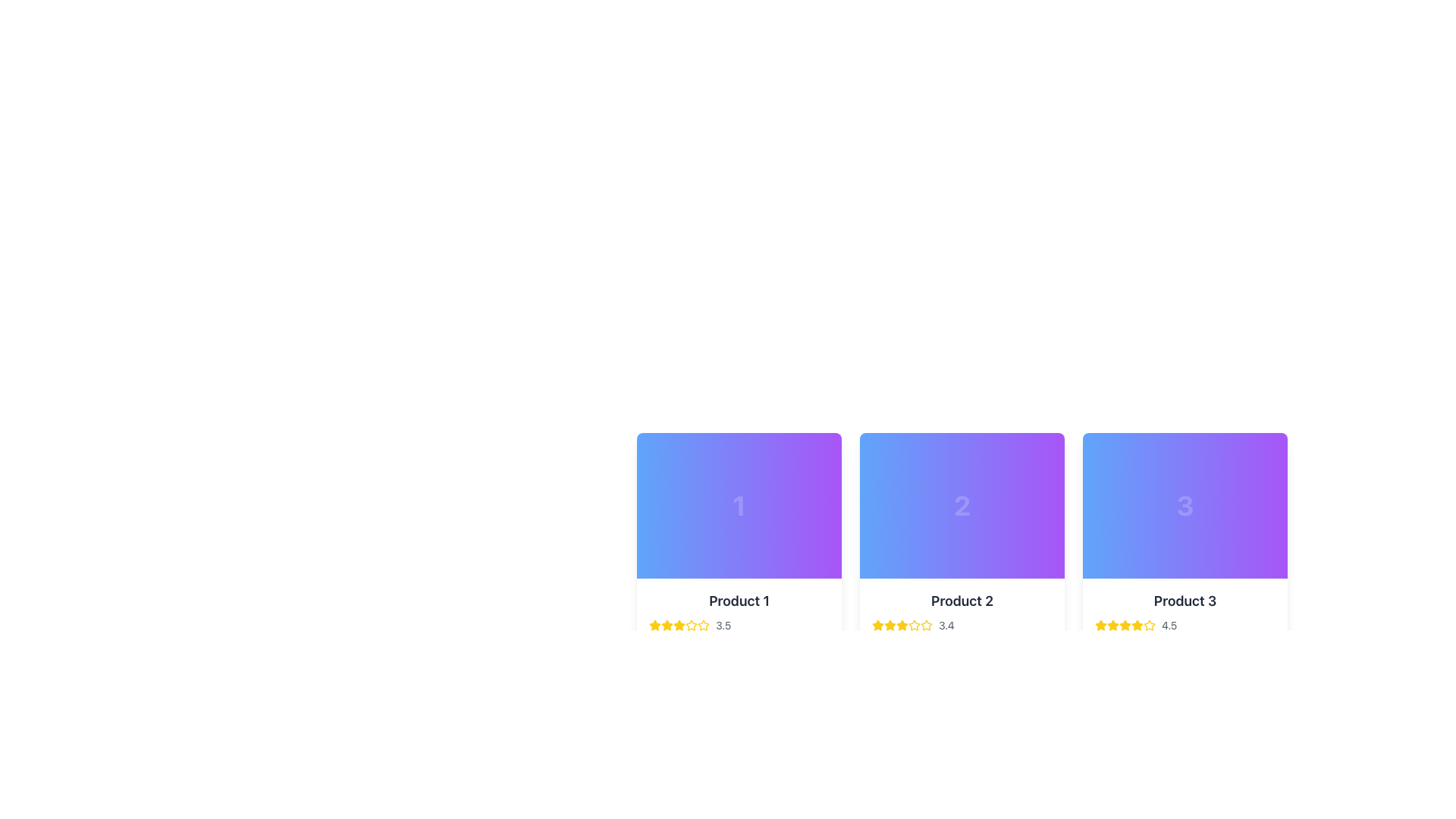 This screenshot has width=1456, height=819. What do you see at coordinates (912, 625) in the screenshot?
I see `the second yellow star-shaped UI element in the star rating component for 'Product 2' to provide rating feedback` at bounding box center [912, 625].